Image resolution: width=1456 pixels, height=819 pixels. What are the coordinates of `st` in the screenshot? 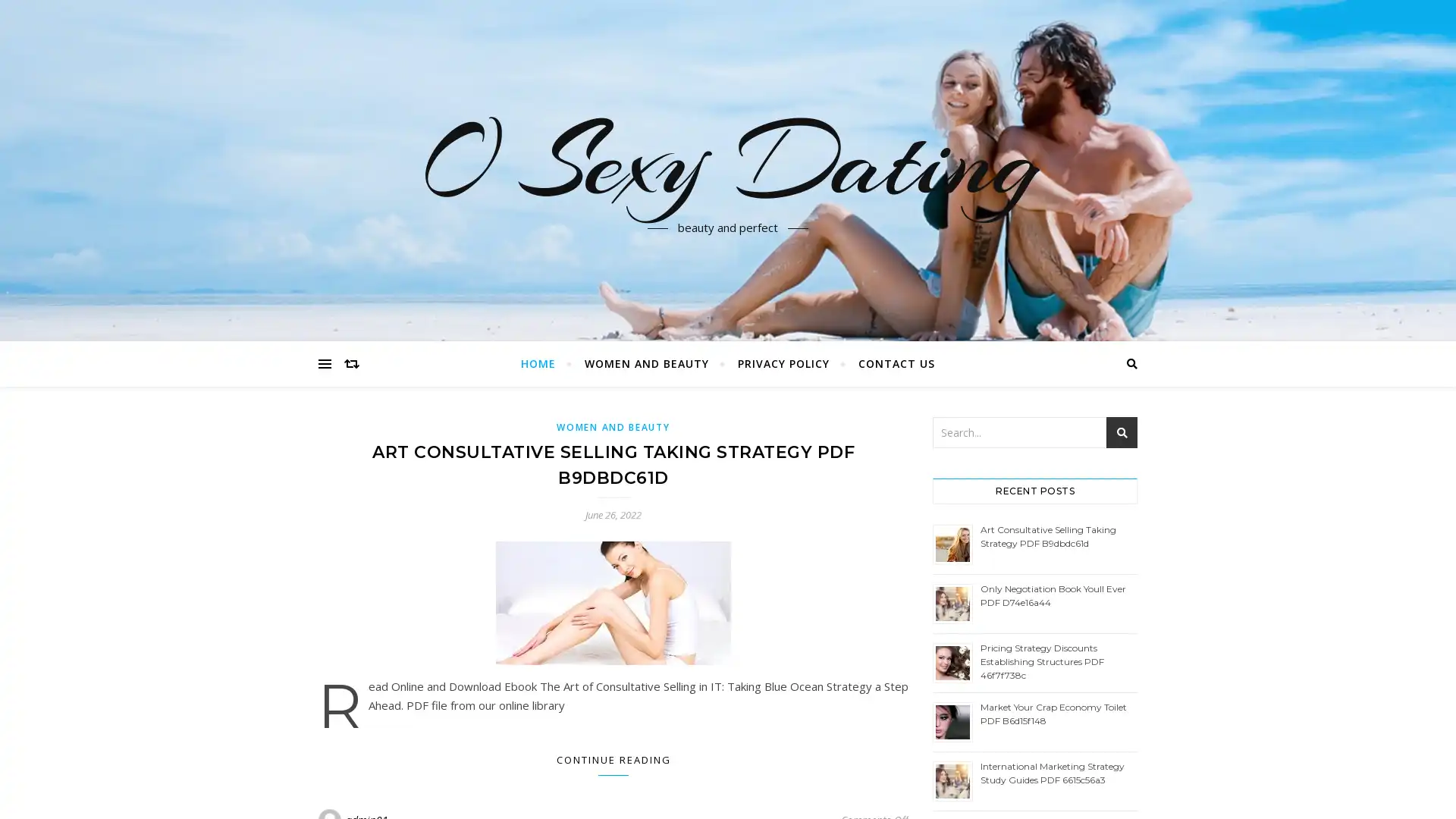 It's located at (1122, 432).